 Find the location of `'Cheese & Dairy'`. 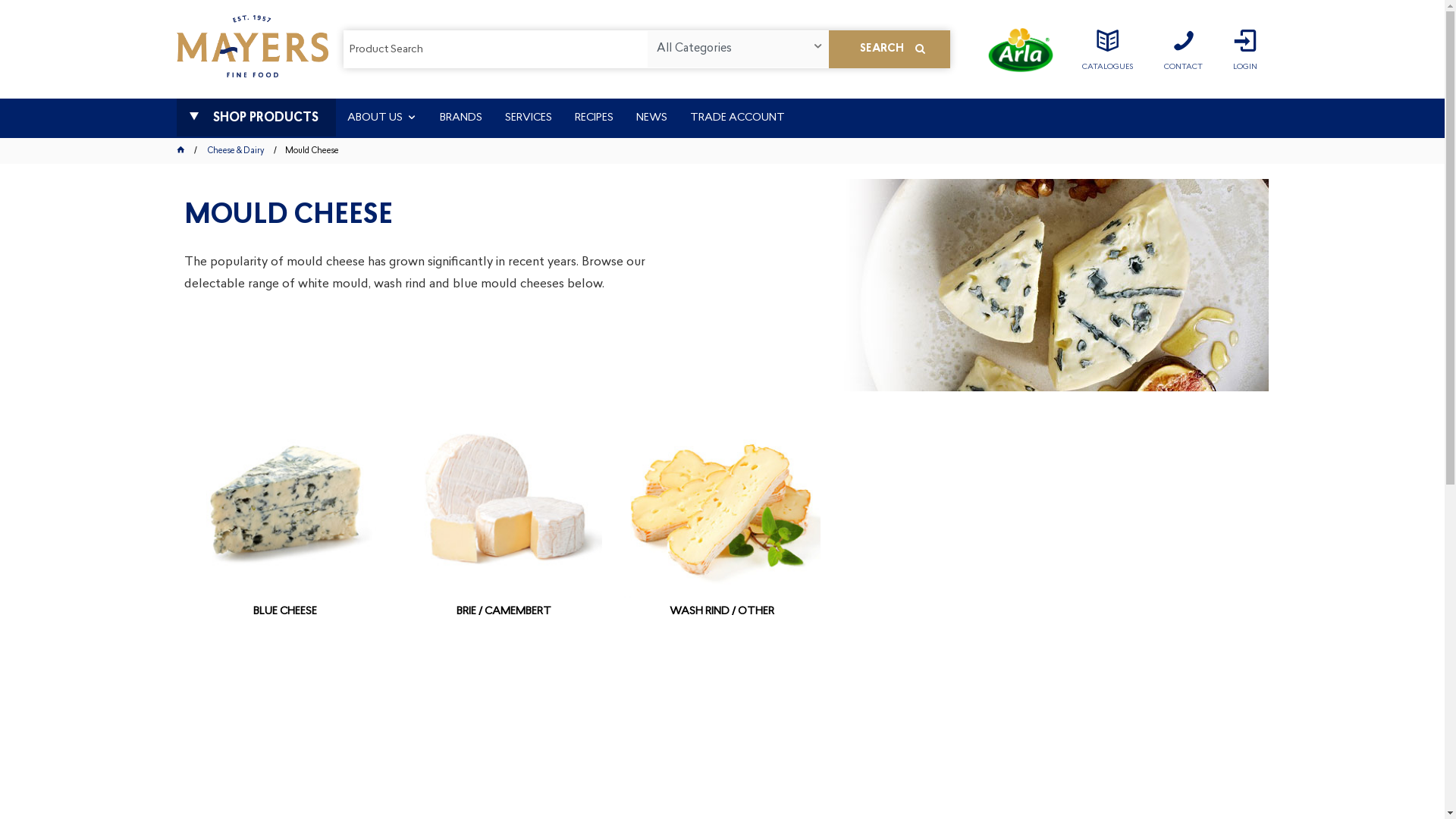

'Cheese & Dairy' is located at coordinates (235, 151).